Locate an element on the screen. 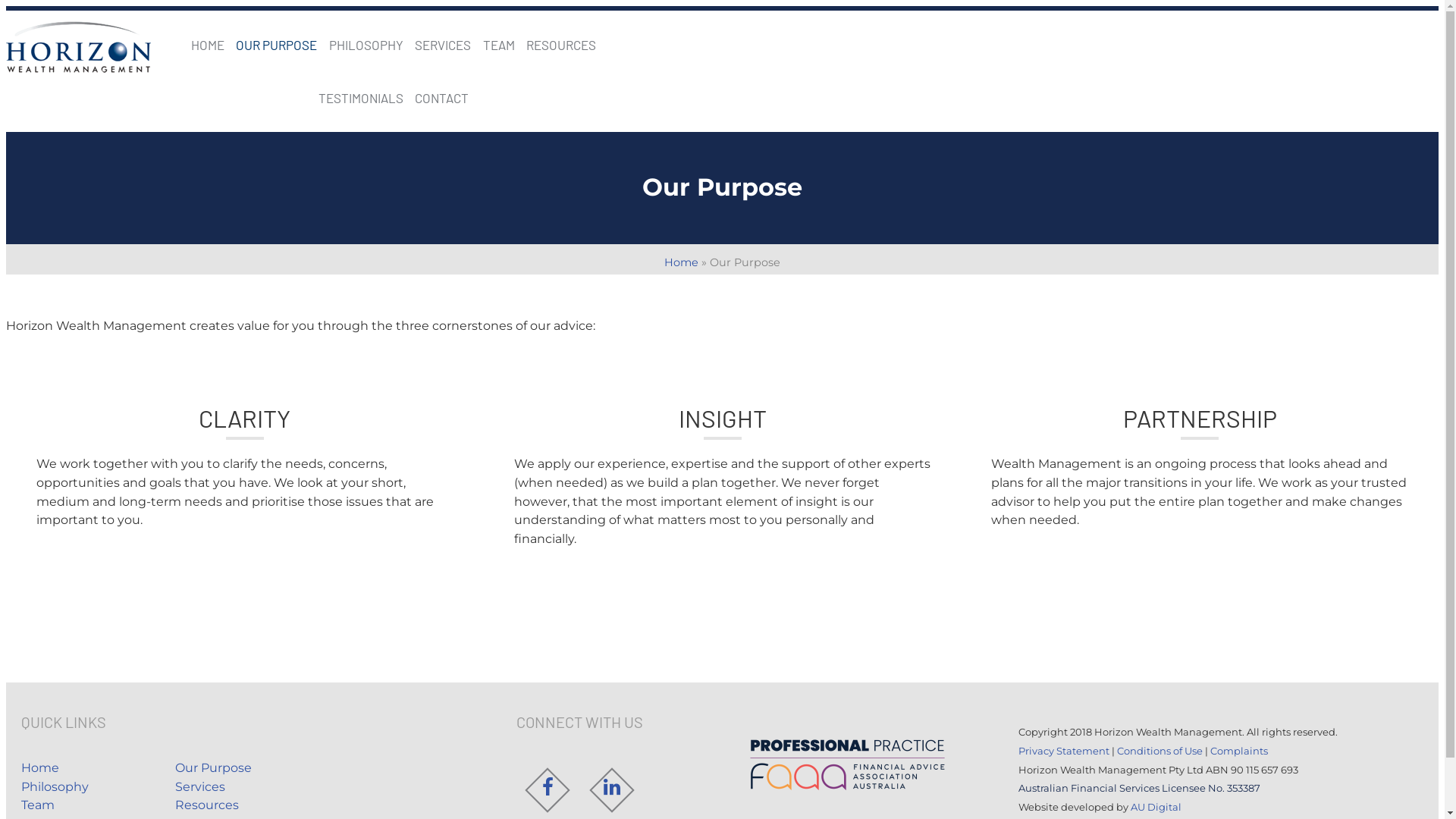 The image size is (1456, 819). 'Philosophy' is located at coordinates (21, 786).